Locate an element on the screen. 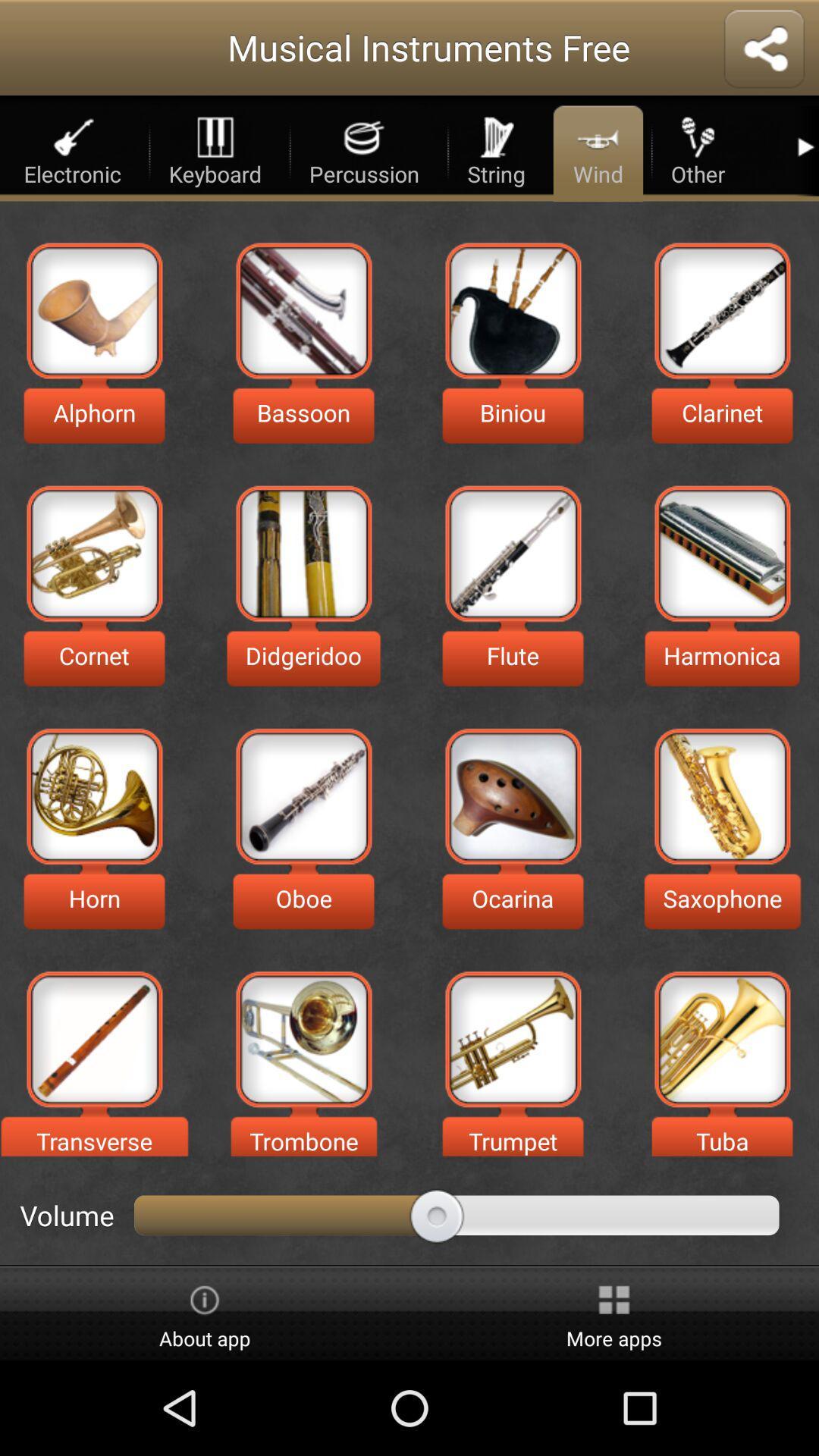 Image resolution: width=819 pixels, height=1456 pixels. didgeridoo option is located at coordinates (303, 553).